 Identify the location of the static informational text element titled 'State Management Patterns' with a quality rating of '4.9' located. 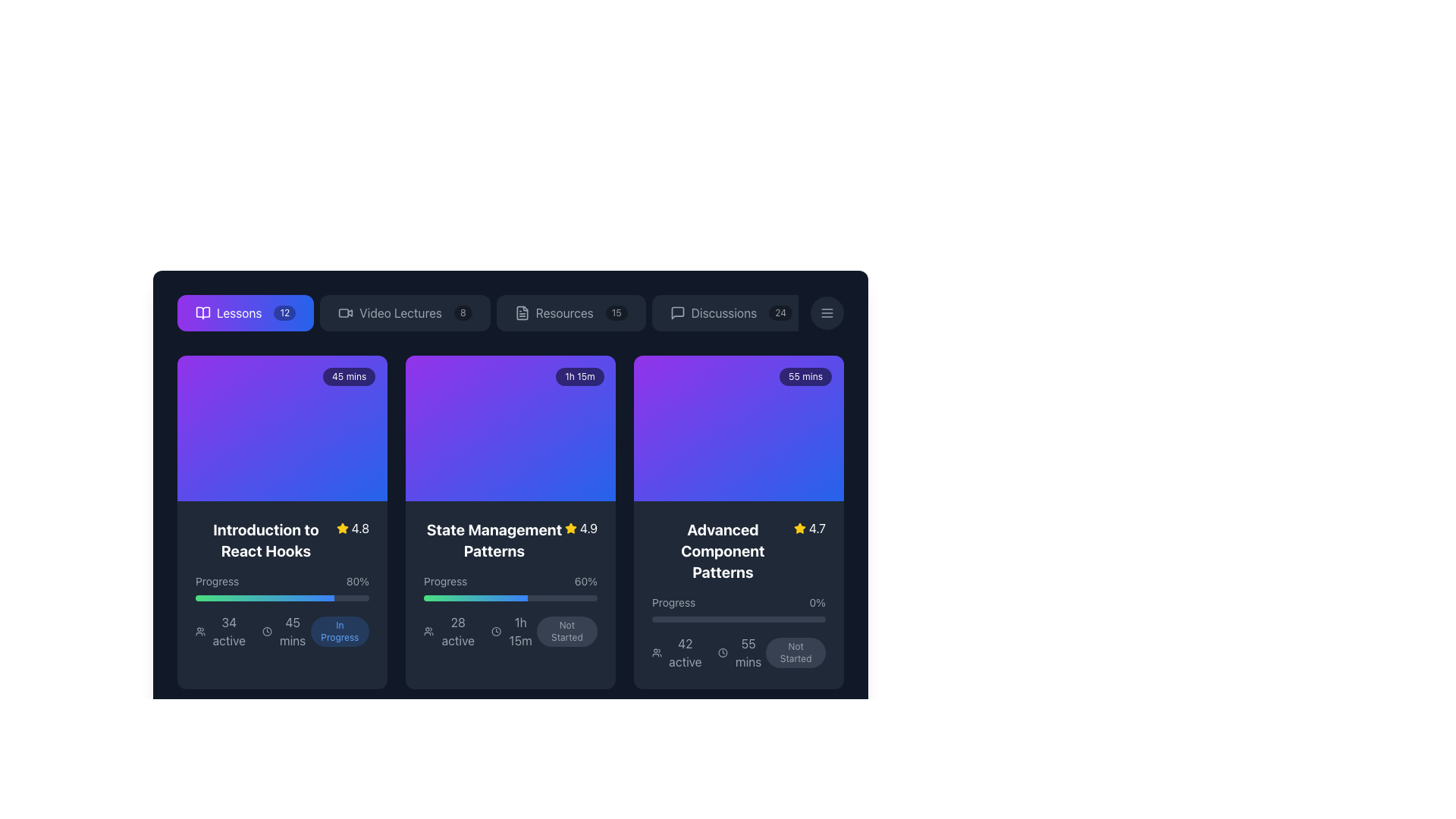
(510, 540).